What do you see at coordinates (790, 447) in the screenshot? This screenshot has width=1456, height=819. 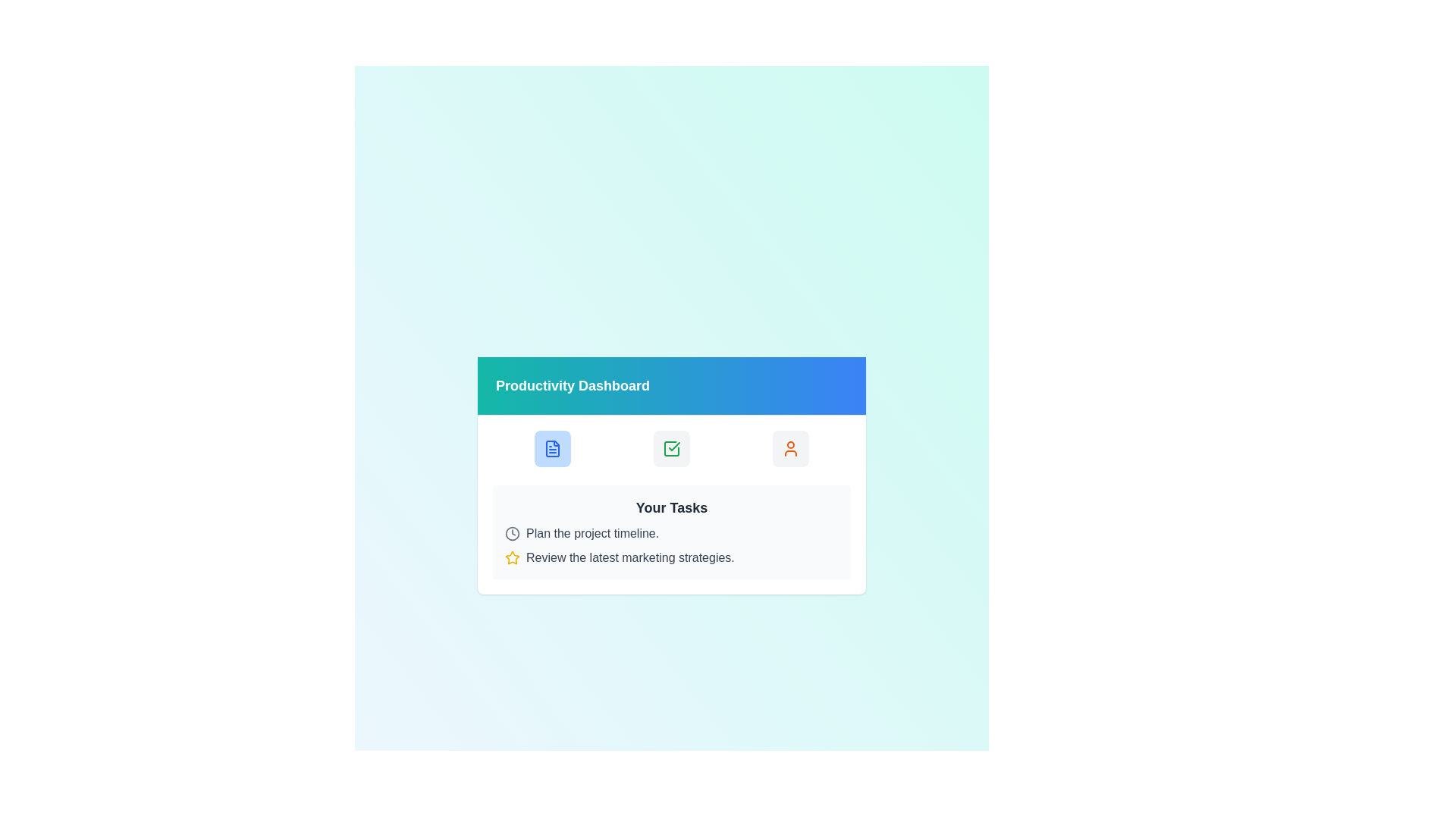 I see `the button located at the bottom of the Productivity Dashboard, which is the last in a sequence of three buttons` at bounding box center [790, 447].